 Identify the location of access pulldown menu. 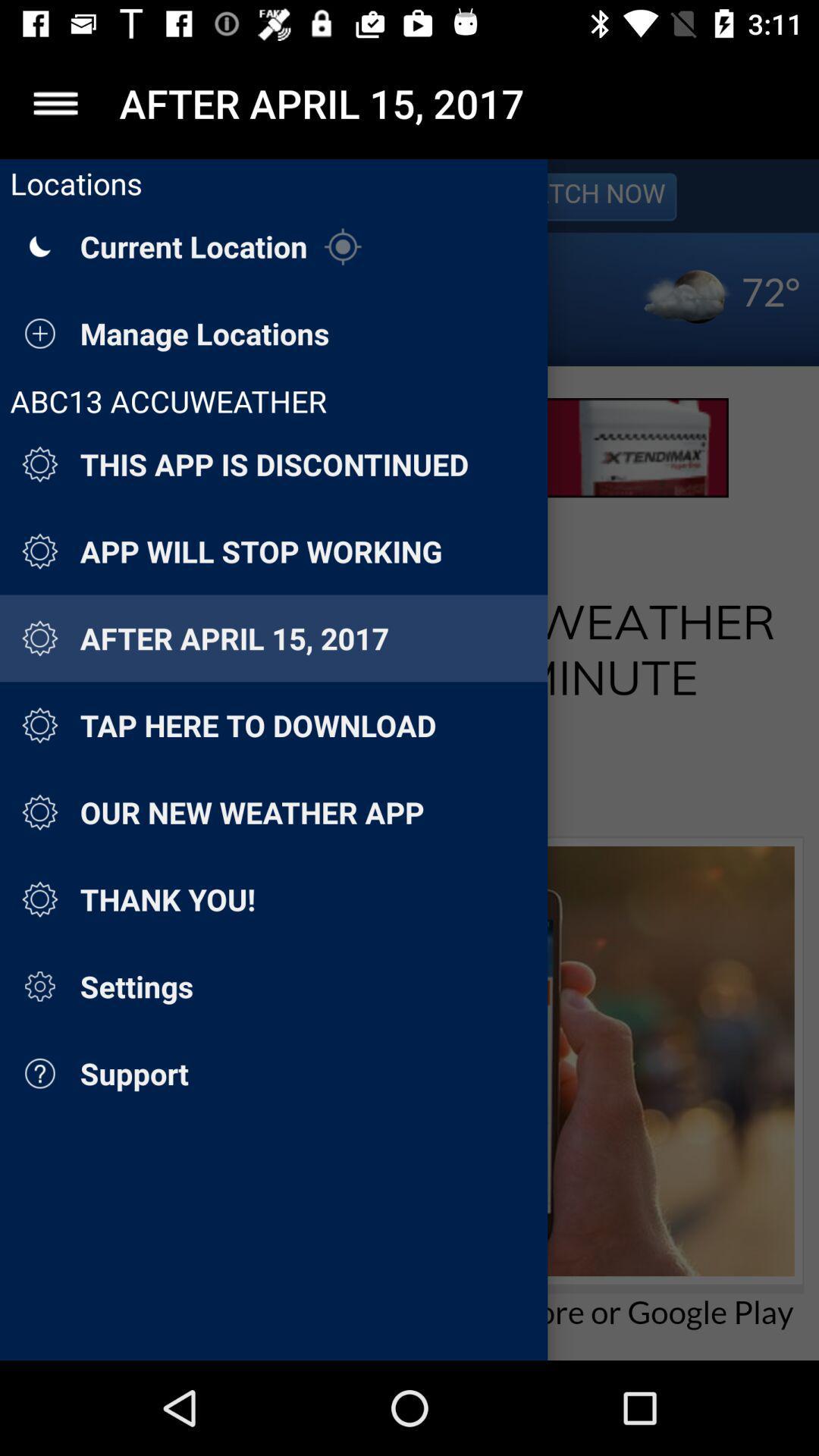
(55, 102).